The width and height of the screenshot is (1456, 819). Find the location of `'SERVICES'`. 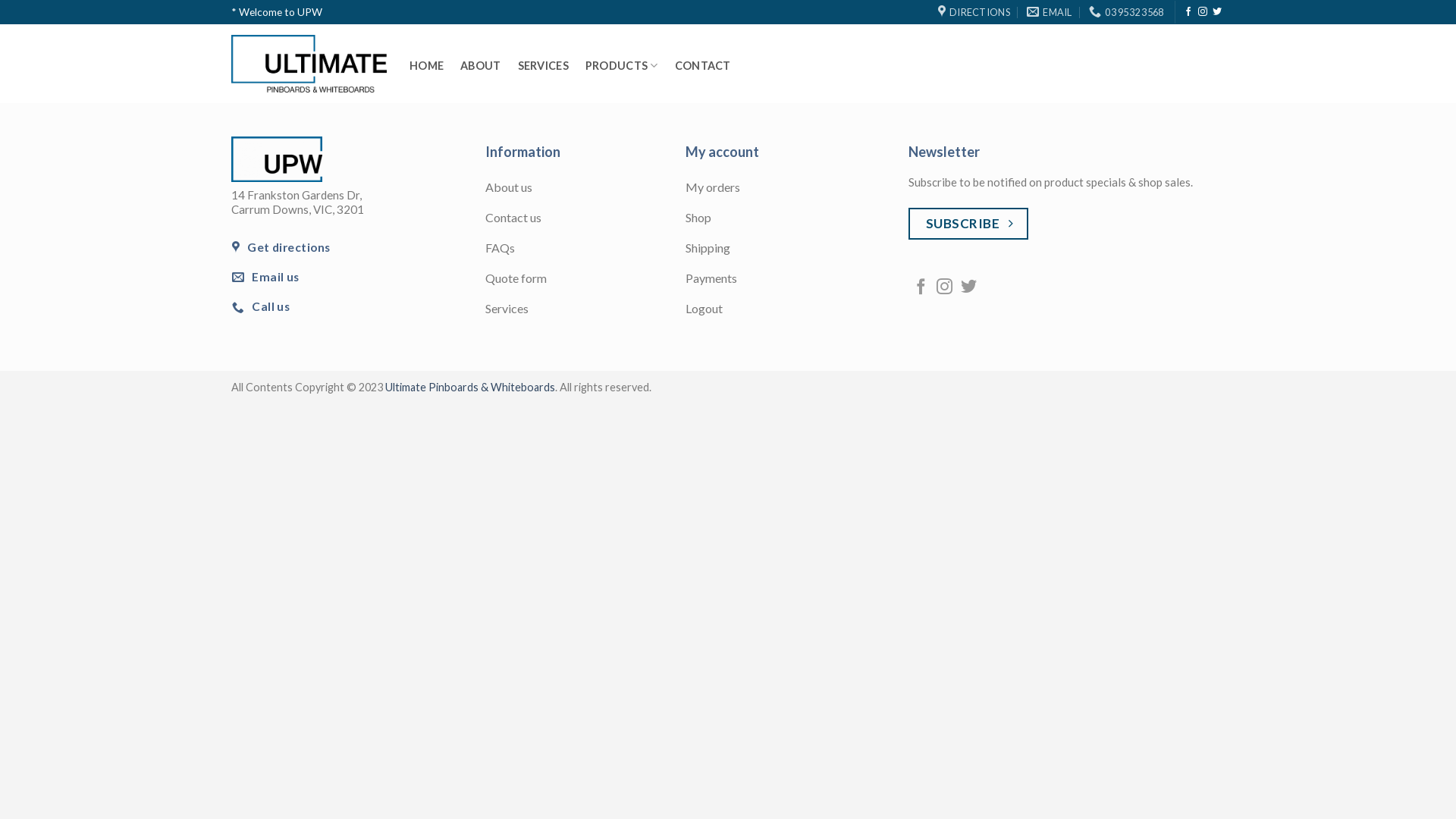

'SERVICES' is located at coordinates (543, 65).